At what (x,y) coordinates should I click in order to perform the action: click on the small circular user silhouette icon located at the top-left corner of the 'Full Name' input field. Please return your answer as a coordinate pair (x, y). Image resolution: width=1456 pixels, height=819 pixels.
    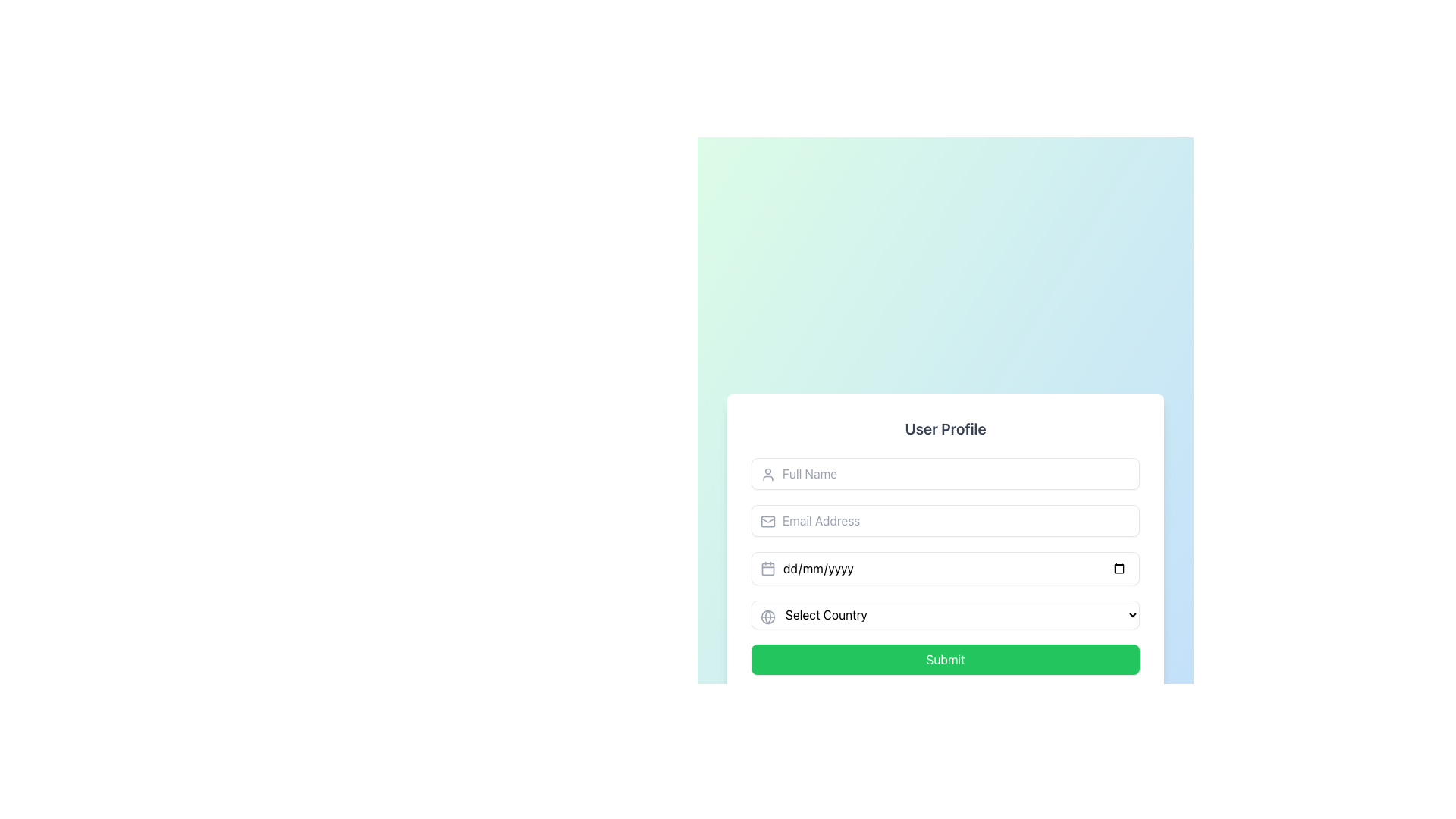
    Looking at the image, I should click on (767, 473).